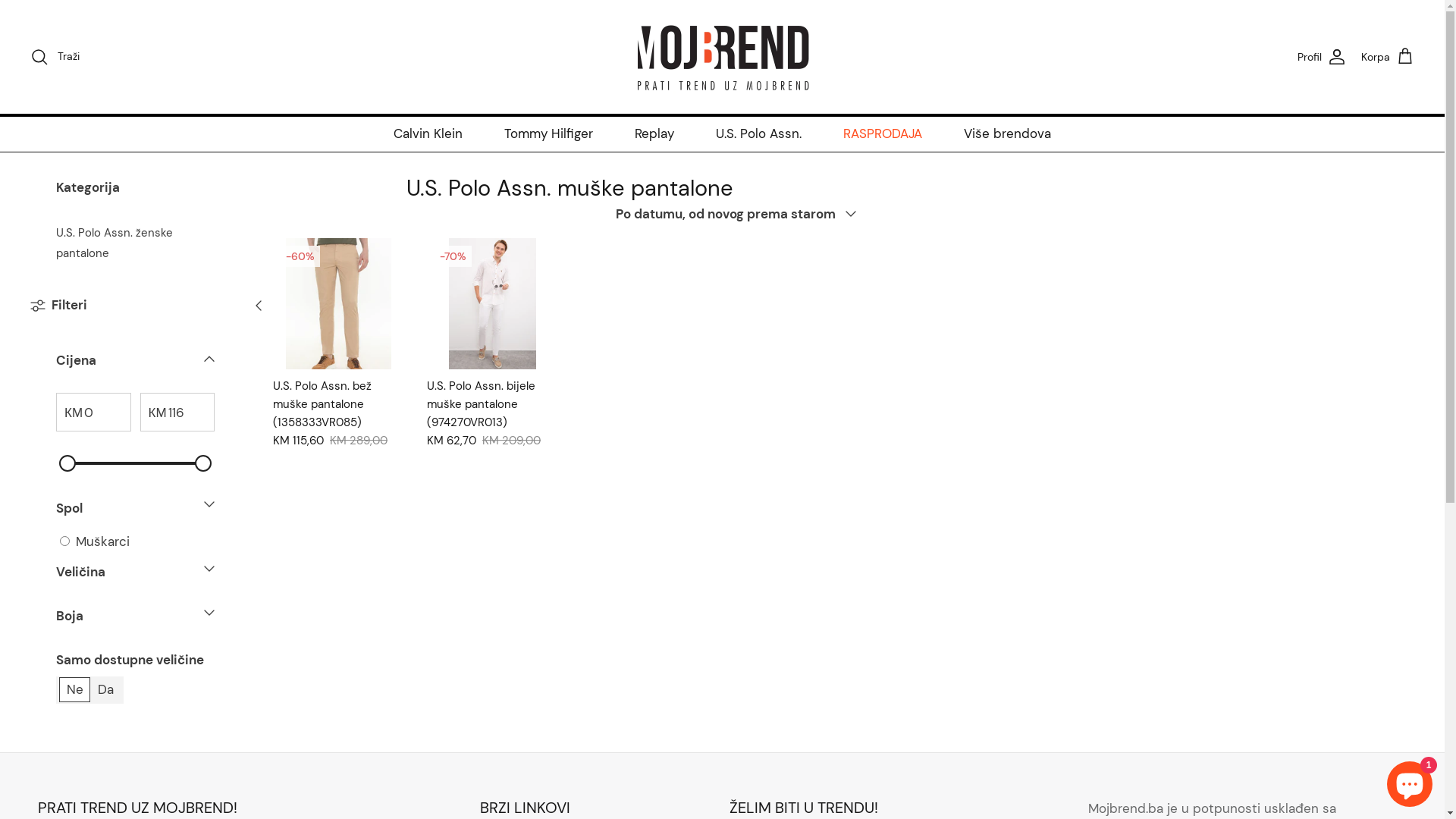  I want to click on 'MojBrend BIH', so click(720, 55).